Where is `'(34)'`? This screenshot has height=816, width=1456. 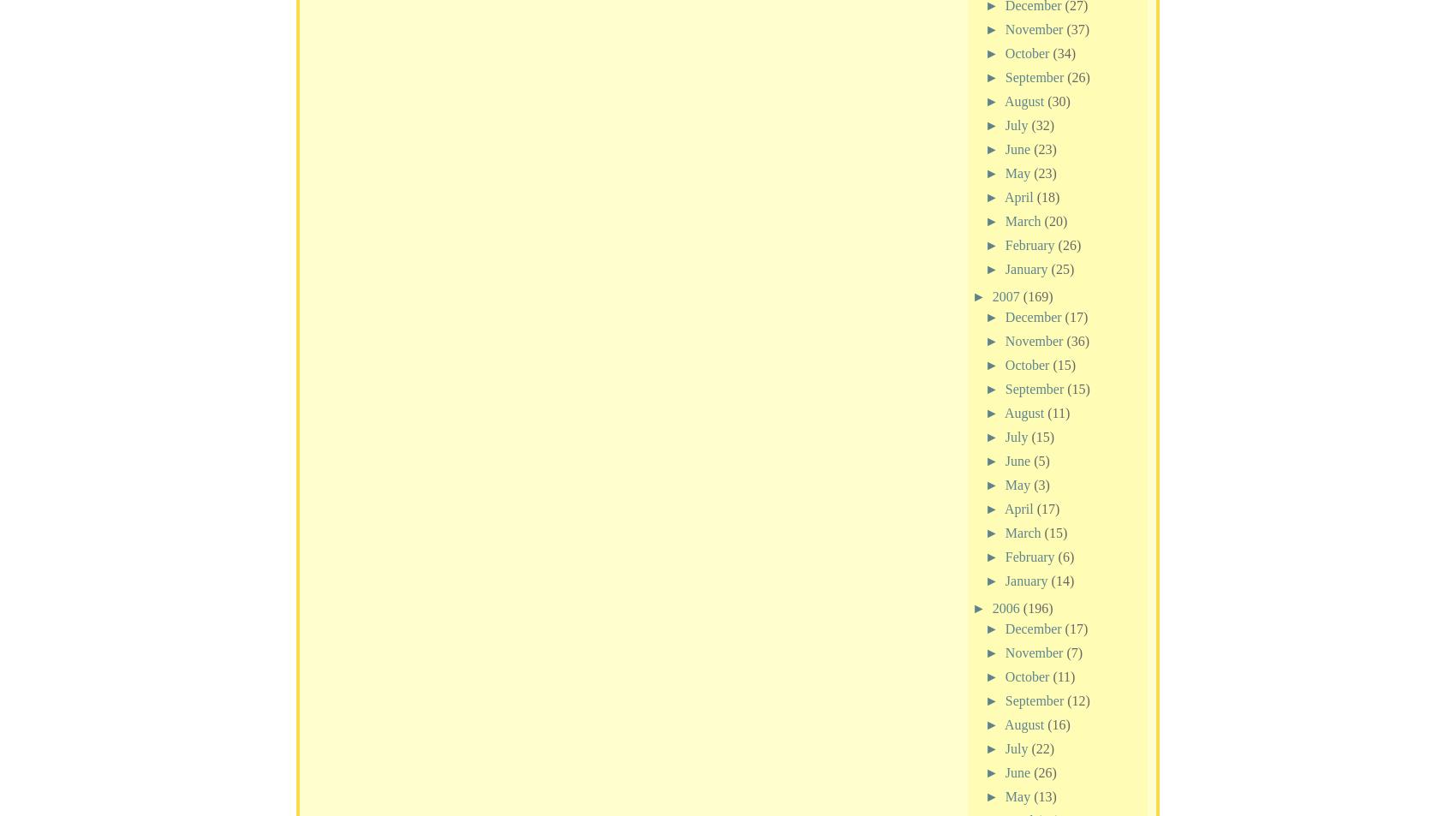 '(34)' is located at coordinates (1063, 51).